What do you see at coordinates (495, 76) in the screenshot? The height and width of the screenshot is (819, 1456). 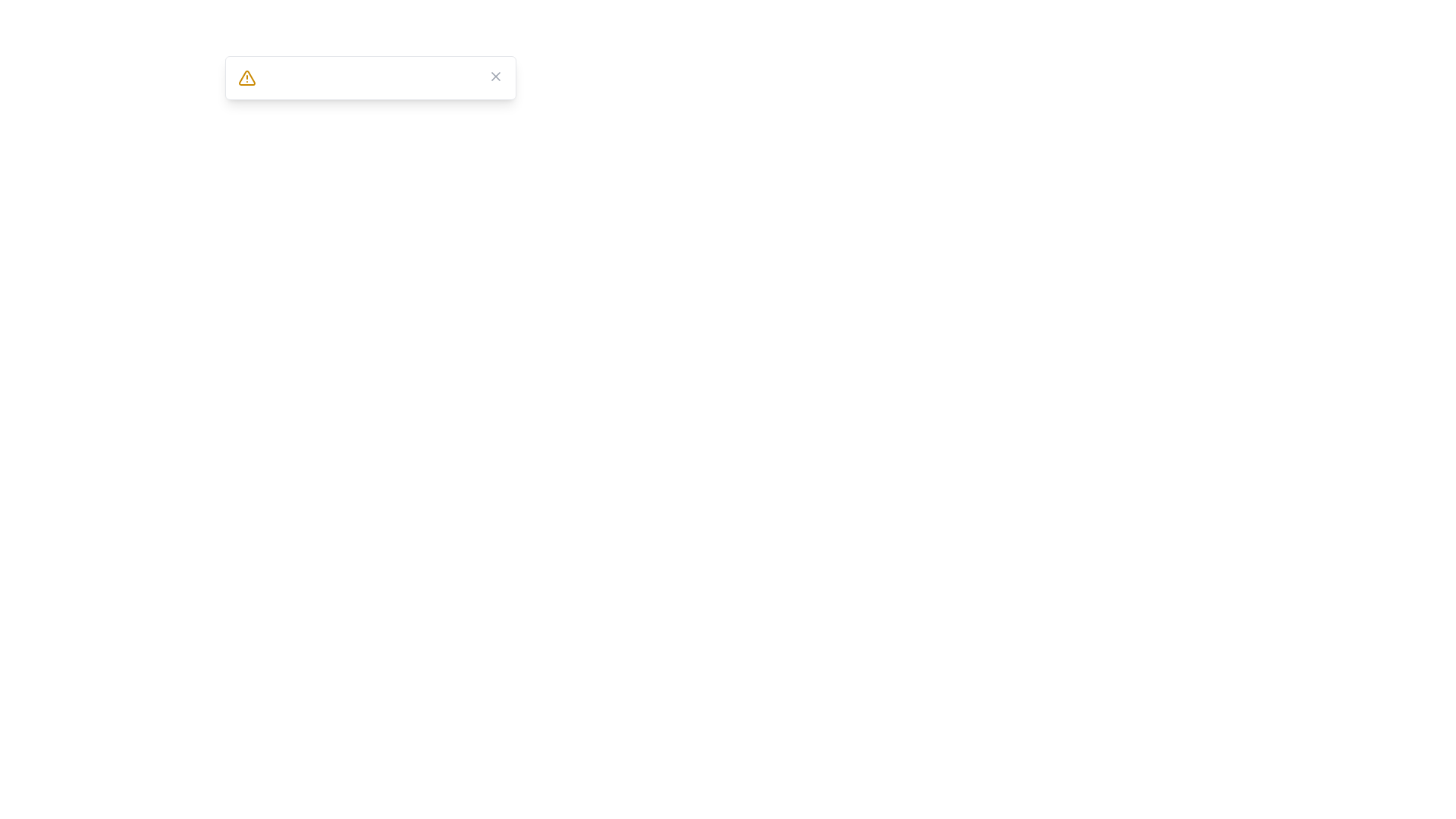 I see `the small red 'X' icon located on the far right of the white interface panel, which is situated next to a yellow warning triangle` at bounding box center [495, 76].